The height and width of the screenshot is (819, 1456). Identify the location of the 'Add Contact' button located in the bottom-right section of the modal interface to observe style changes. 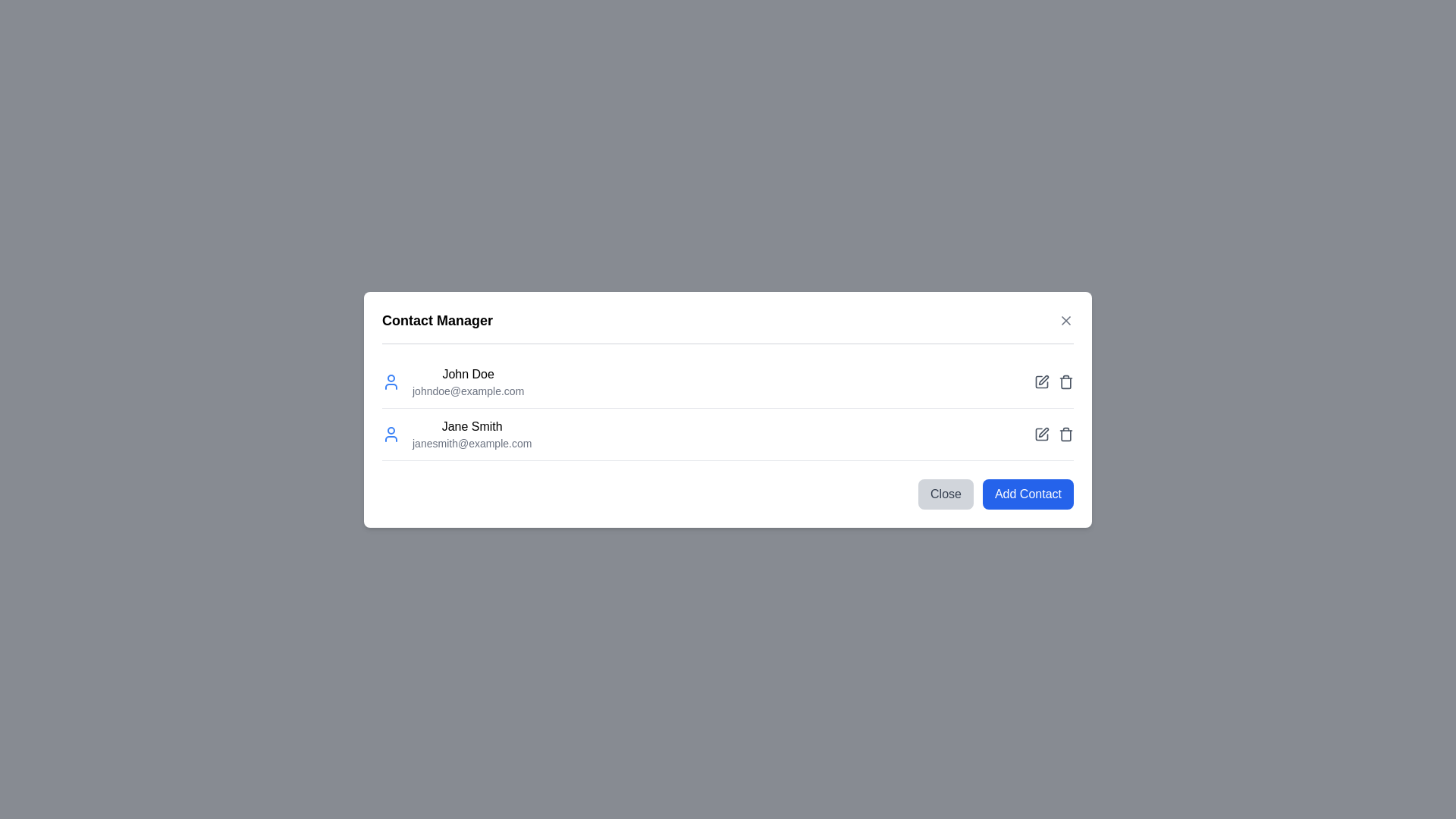
(1028, 494).